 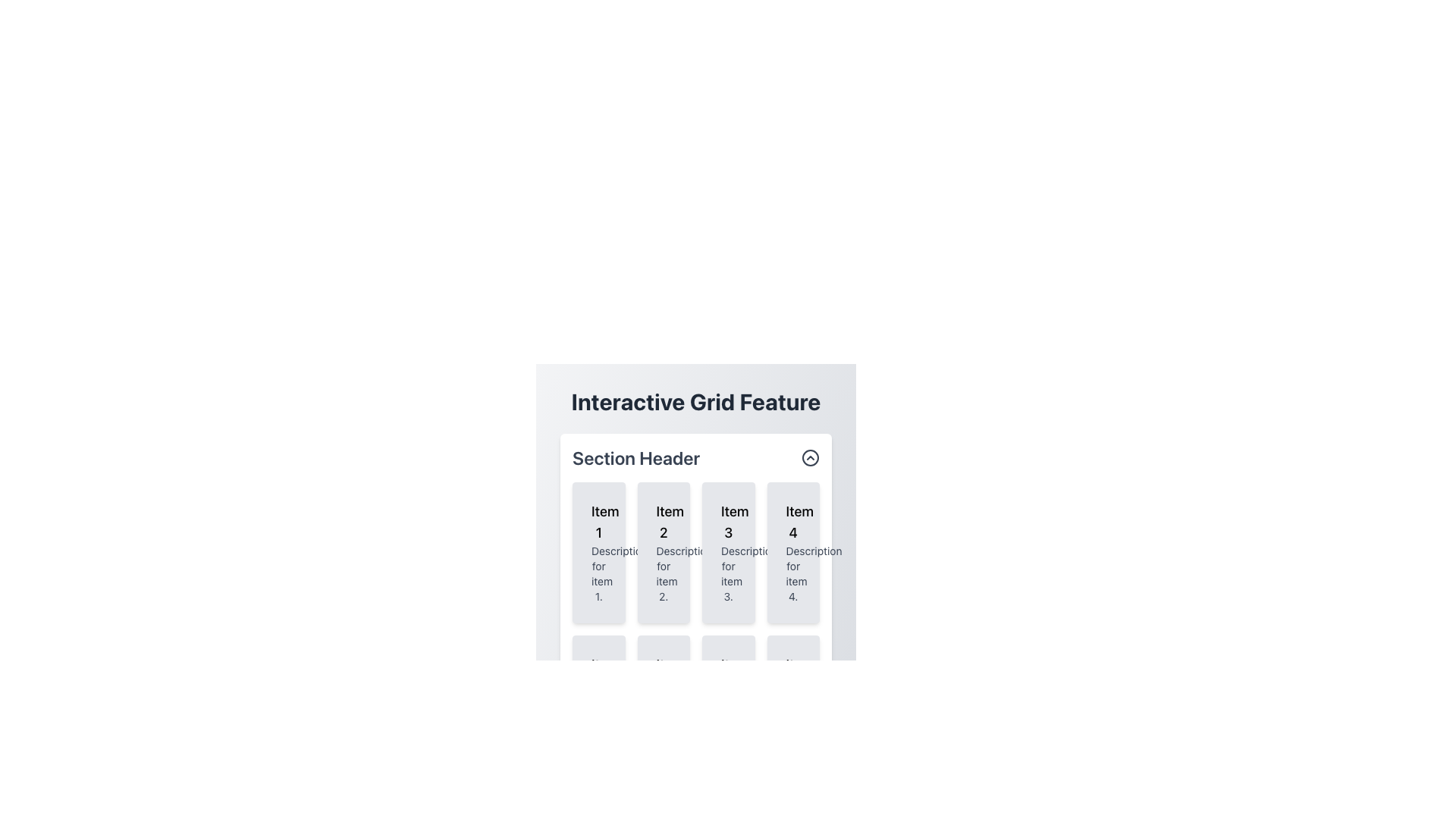 I want to click on the decorative SVG circle element located centrally within the chevron-up-style icon in the header section of the interactive grid feature, so click(x=810, y=457).